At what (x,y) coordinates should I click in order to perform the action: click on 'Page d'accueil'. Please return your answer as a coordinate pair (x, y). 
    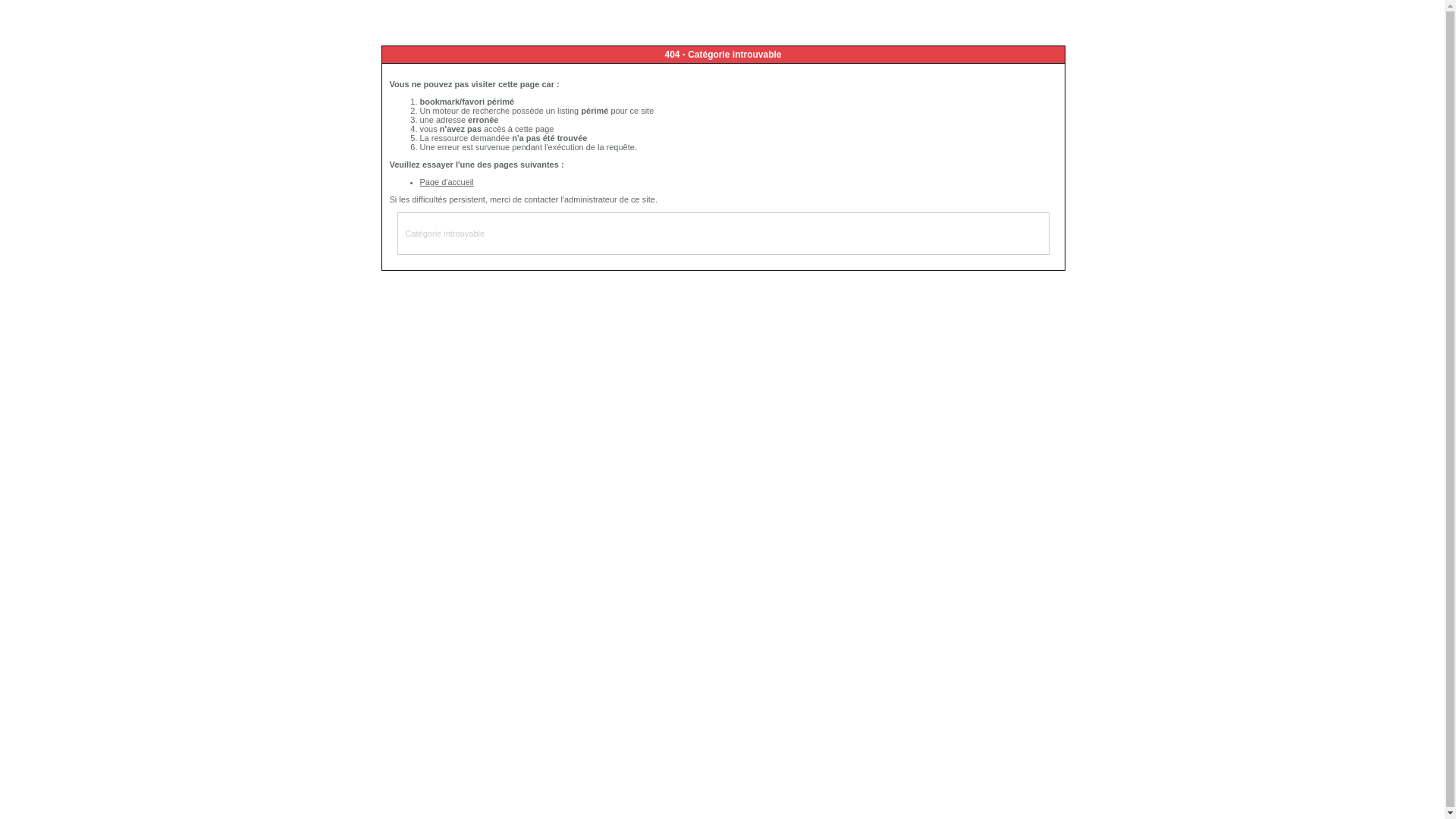
    Looking at the image, I should click on (446, 180).